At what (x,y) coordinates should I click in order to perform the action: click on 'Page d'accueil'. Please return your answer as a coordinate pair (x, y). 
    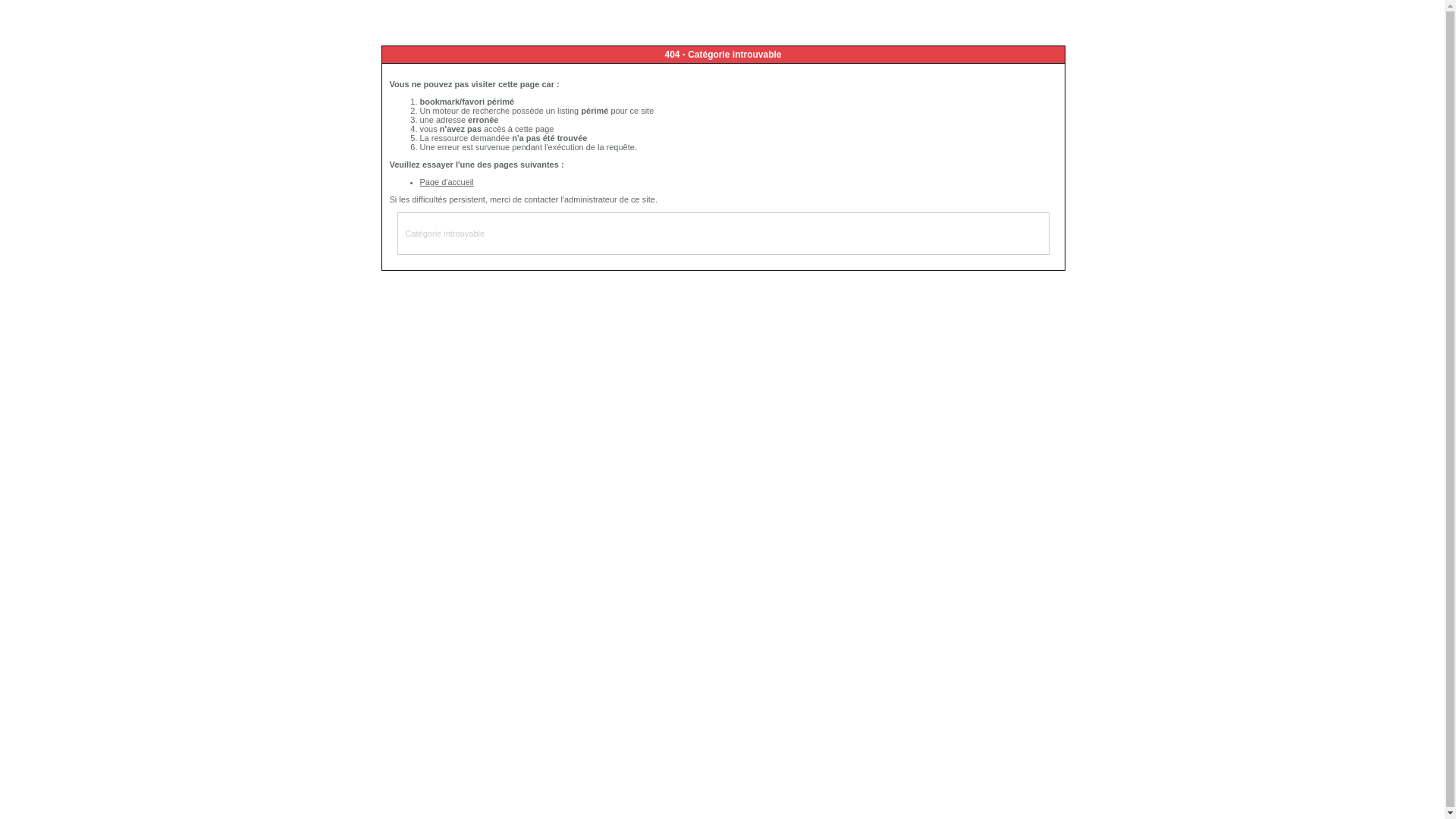
    Looking at the image, I should click on (446, 180).